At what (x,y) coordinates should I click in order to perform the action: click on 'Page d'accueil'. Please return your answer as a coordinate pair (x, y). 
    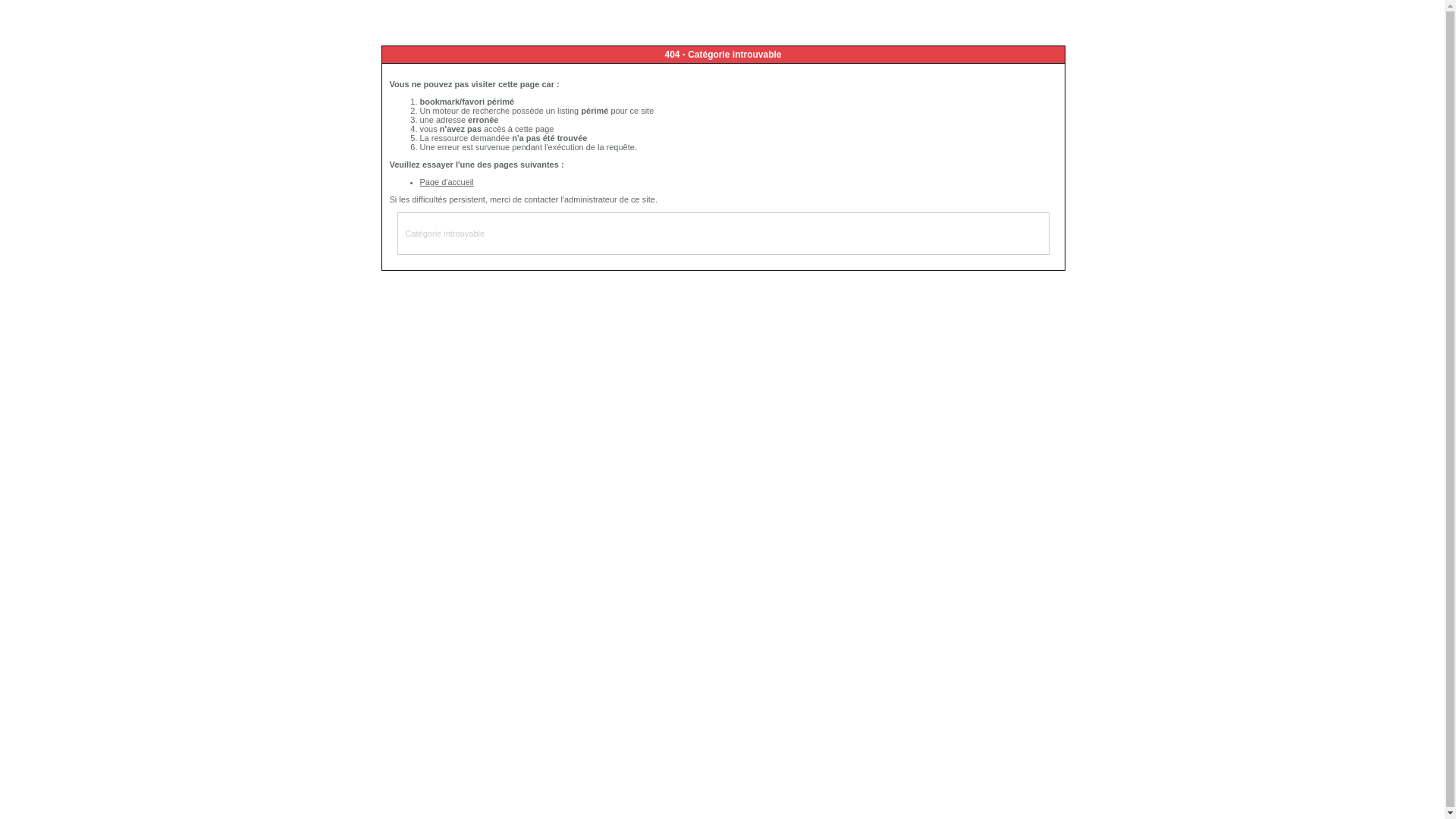
    Looking at the image, I should click on (446, 180).